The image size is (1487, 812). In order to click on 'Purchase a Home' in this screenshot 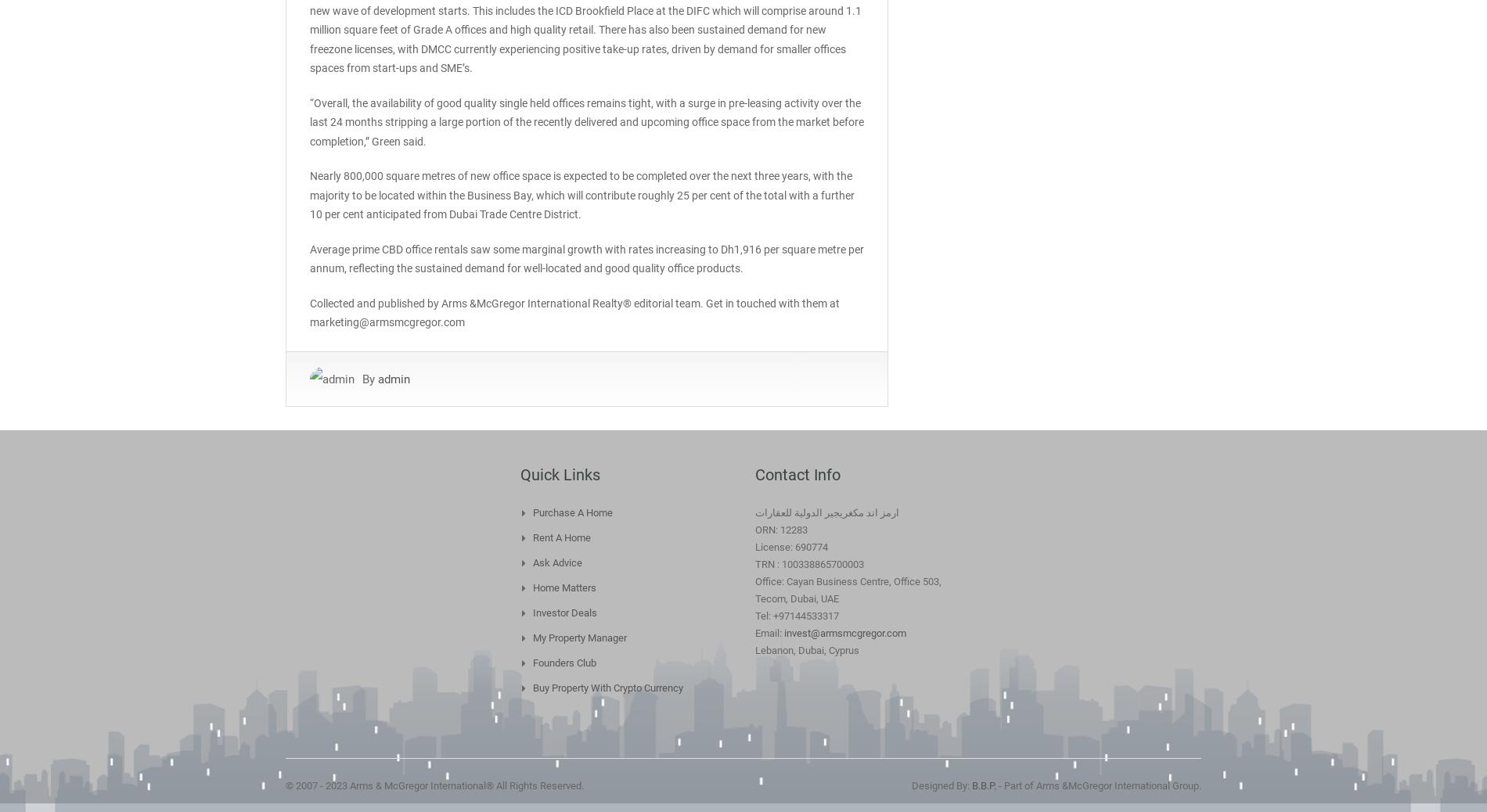, I will do `click(572, 511)`.